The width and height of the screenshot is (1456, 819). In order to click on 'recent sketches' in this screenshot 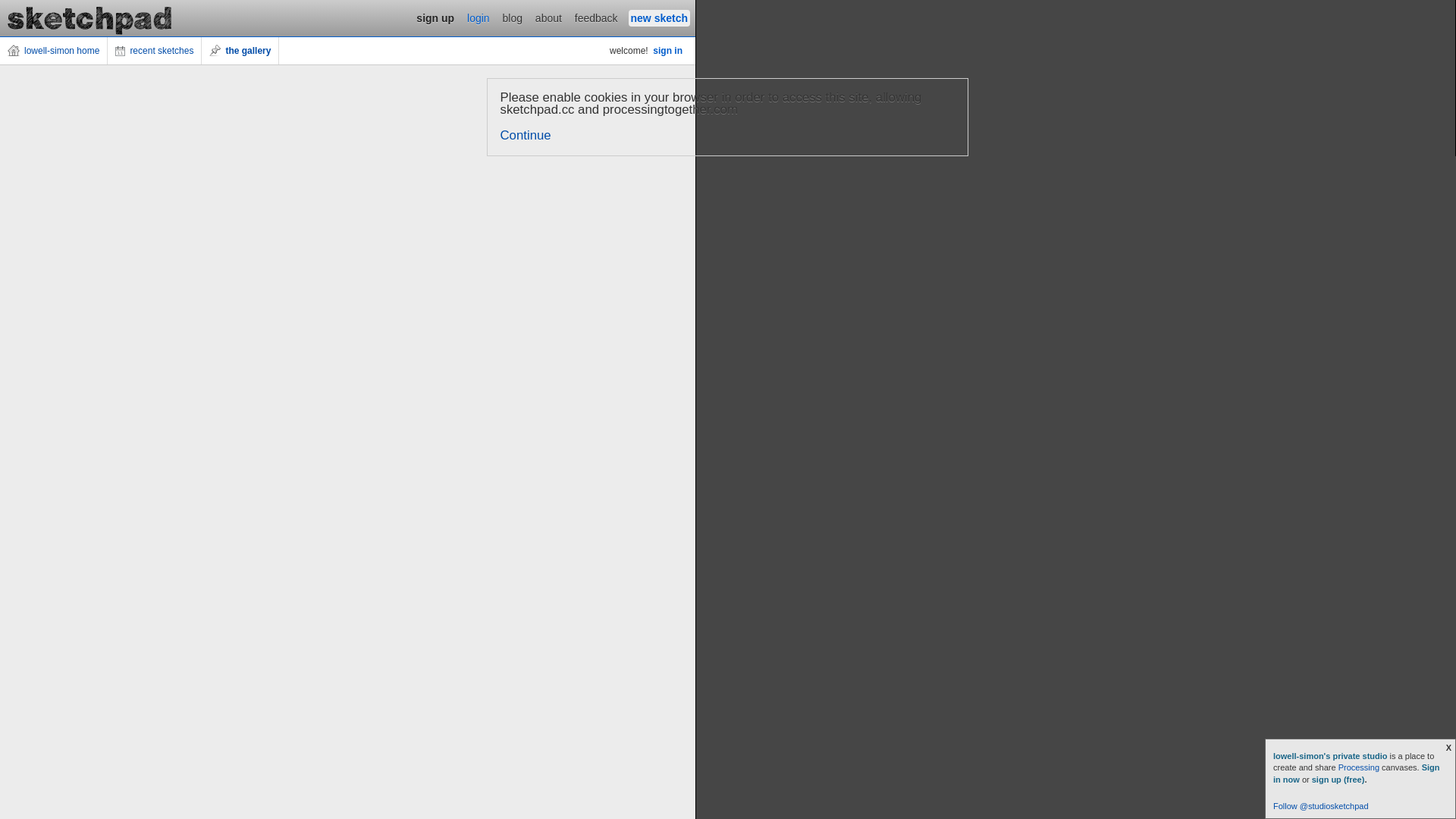, I will do `click(155, 49)`.